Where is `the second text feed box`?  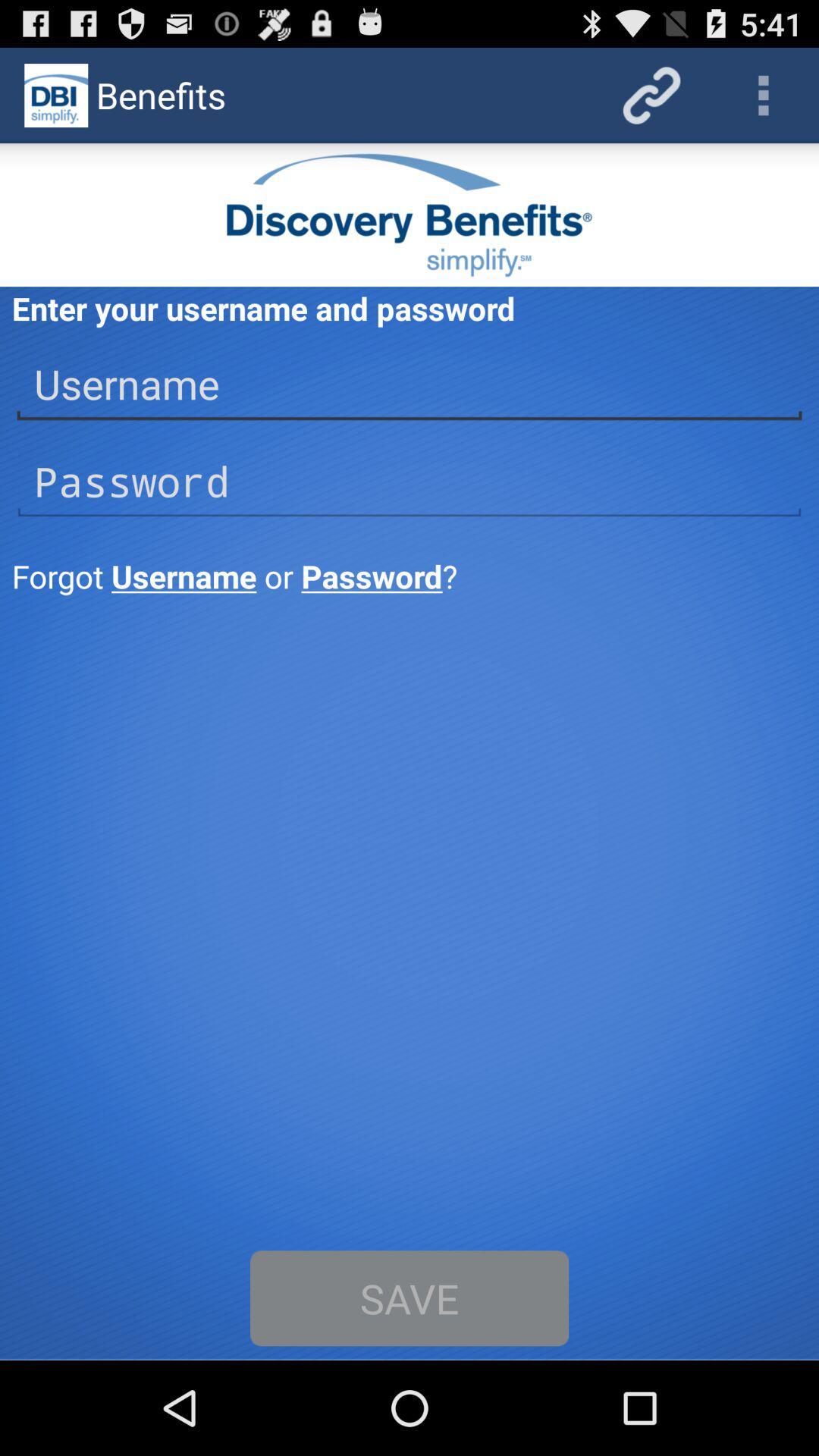 the second text feed box is located at coordinates (409, 481).